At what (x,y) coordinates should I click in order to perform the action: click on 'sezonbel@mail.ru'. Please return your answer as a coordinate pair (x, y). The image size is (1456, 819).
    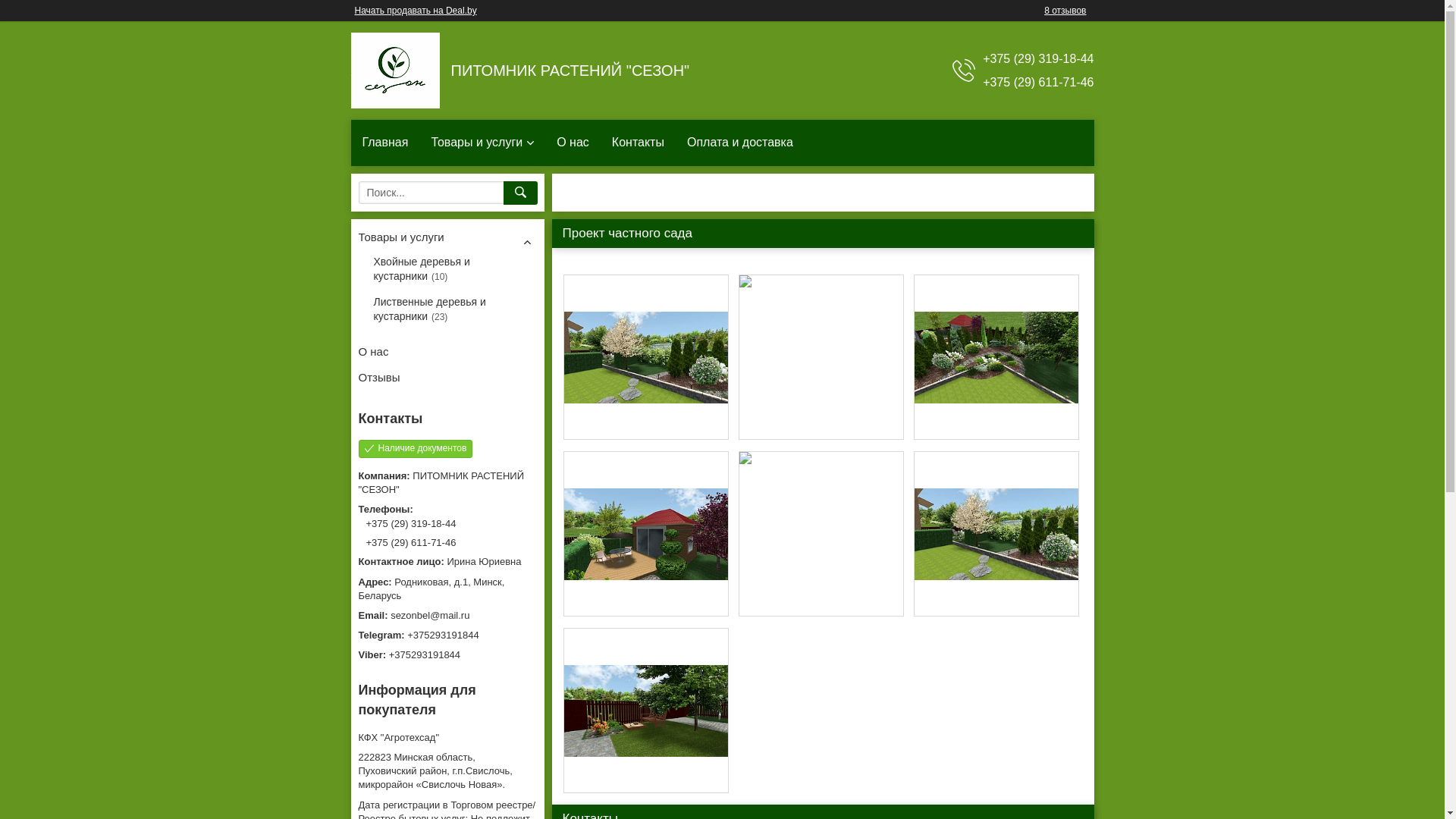
    Looking at the image, I should click on (446, 616).